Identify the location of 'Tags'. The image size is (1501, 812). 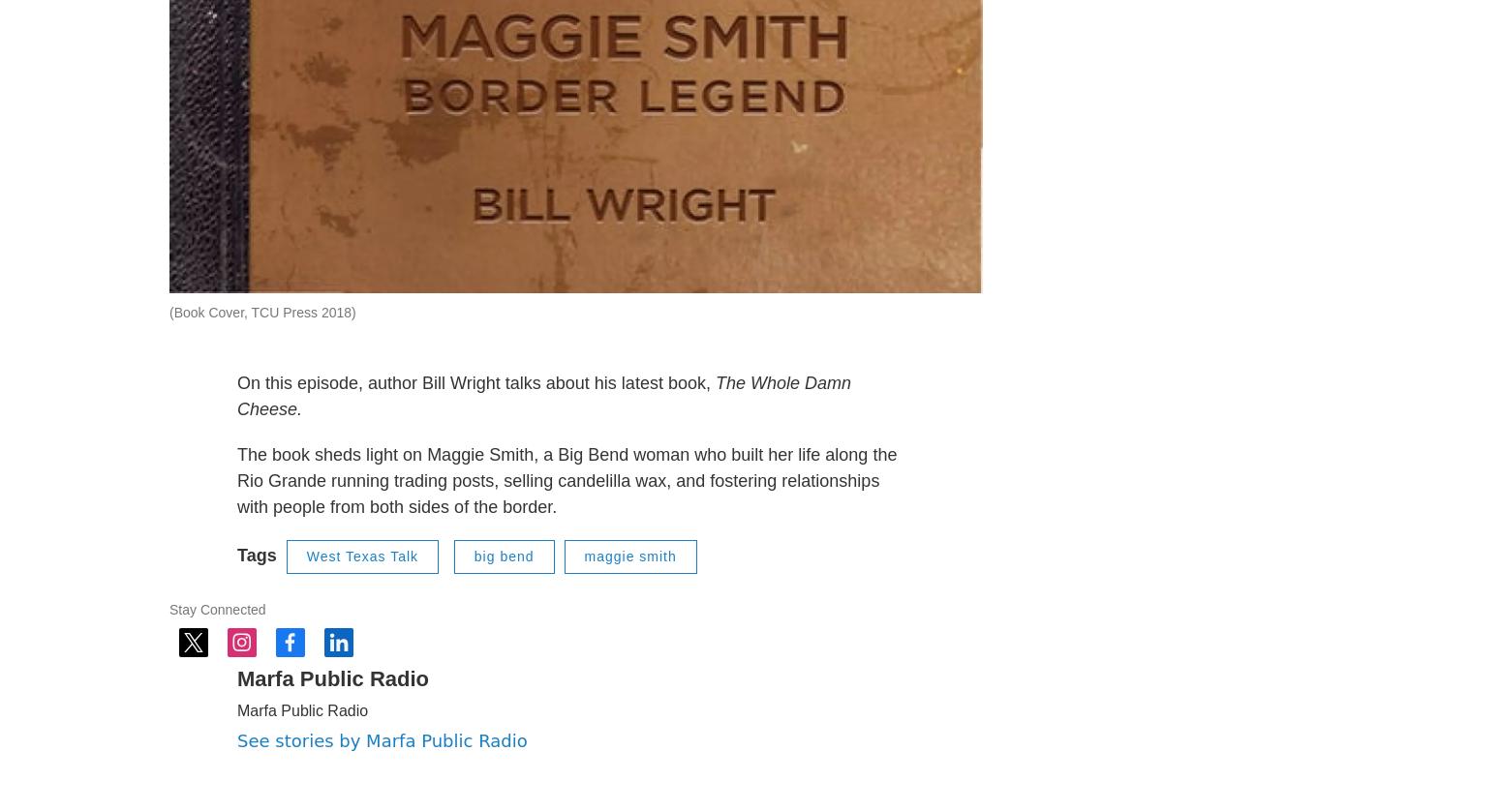
(257, 602).